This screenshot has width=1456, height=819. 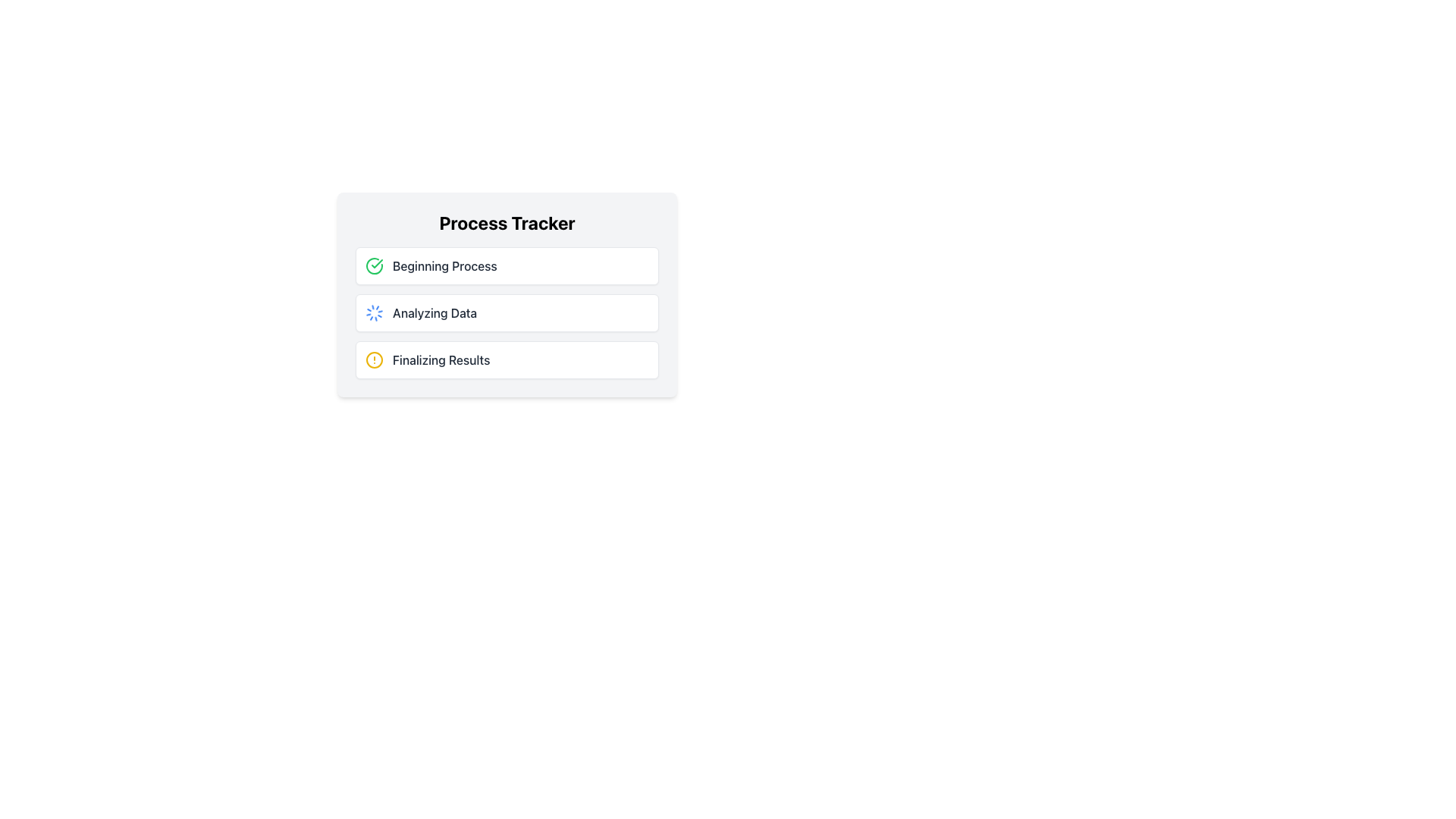 What do you see at coordinates (507, 312) in the screenshot?
I see `the Status Indicator labeled 'Analyzing Data' in the Process Tracker, which is the second item in the list of three` at bounding box center [507, 312].